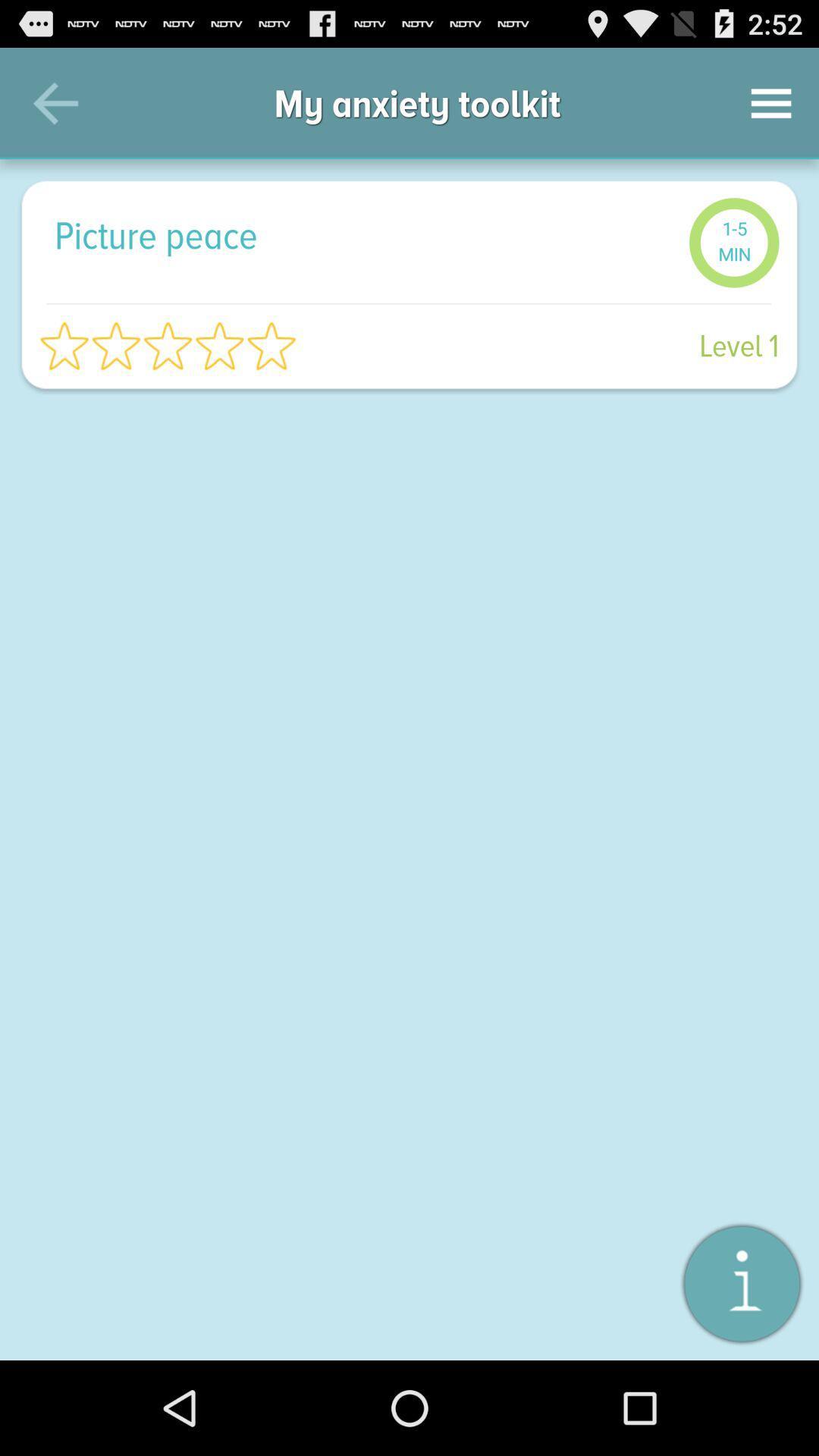 The width and height of the screenshot is (819, 1456). Describe the element at coordinates (771, 102) in the screenshot. I see `the item next to my anxiety toolkit item` at that location.